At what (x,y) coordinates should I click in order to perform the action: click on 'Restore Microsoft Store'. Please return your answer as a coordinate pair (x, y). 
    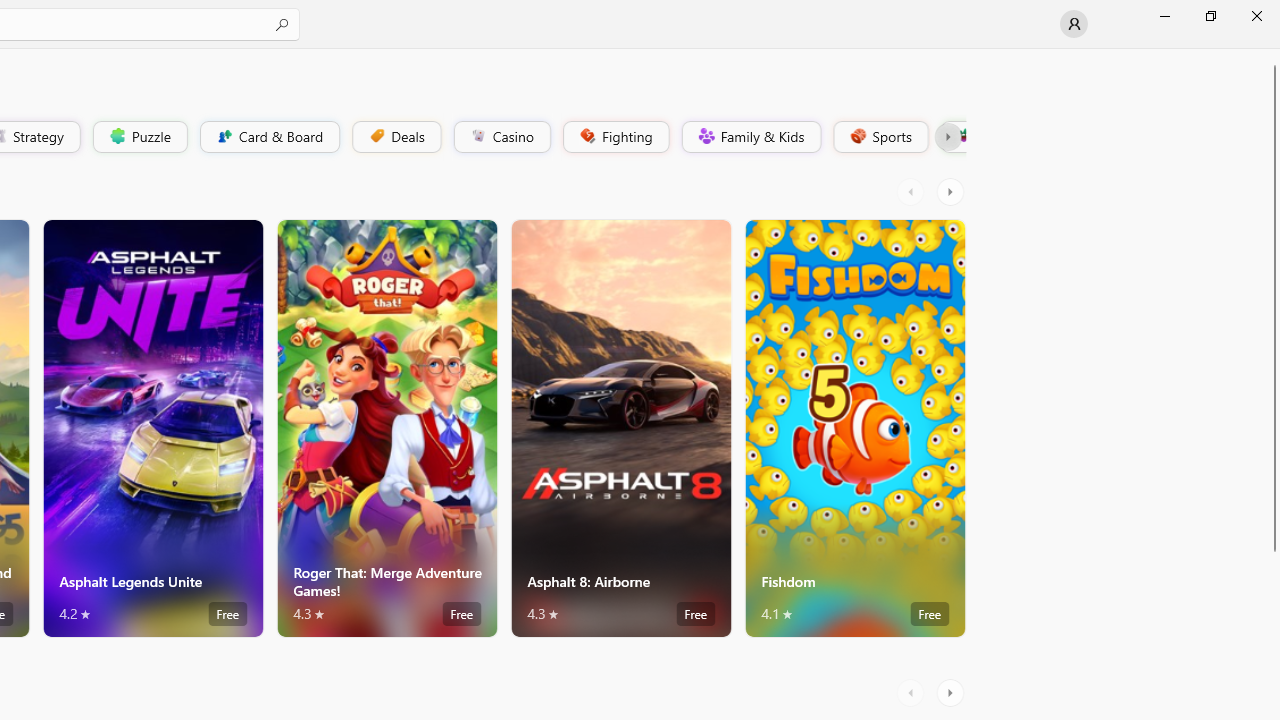
    Looking at the image, I should click on (1209, 15).